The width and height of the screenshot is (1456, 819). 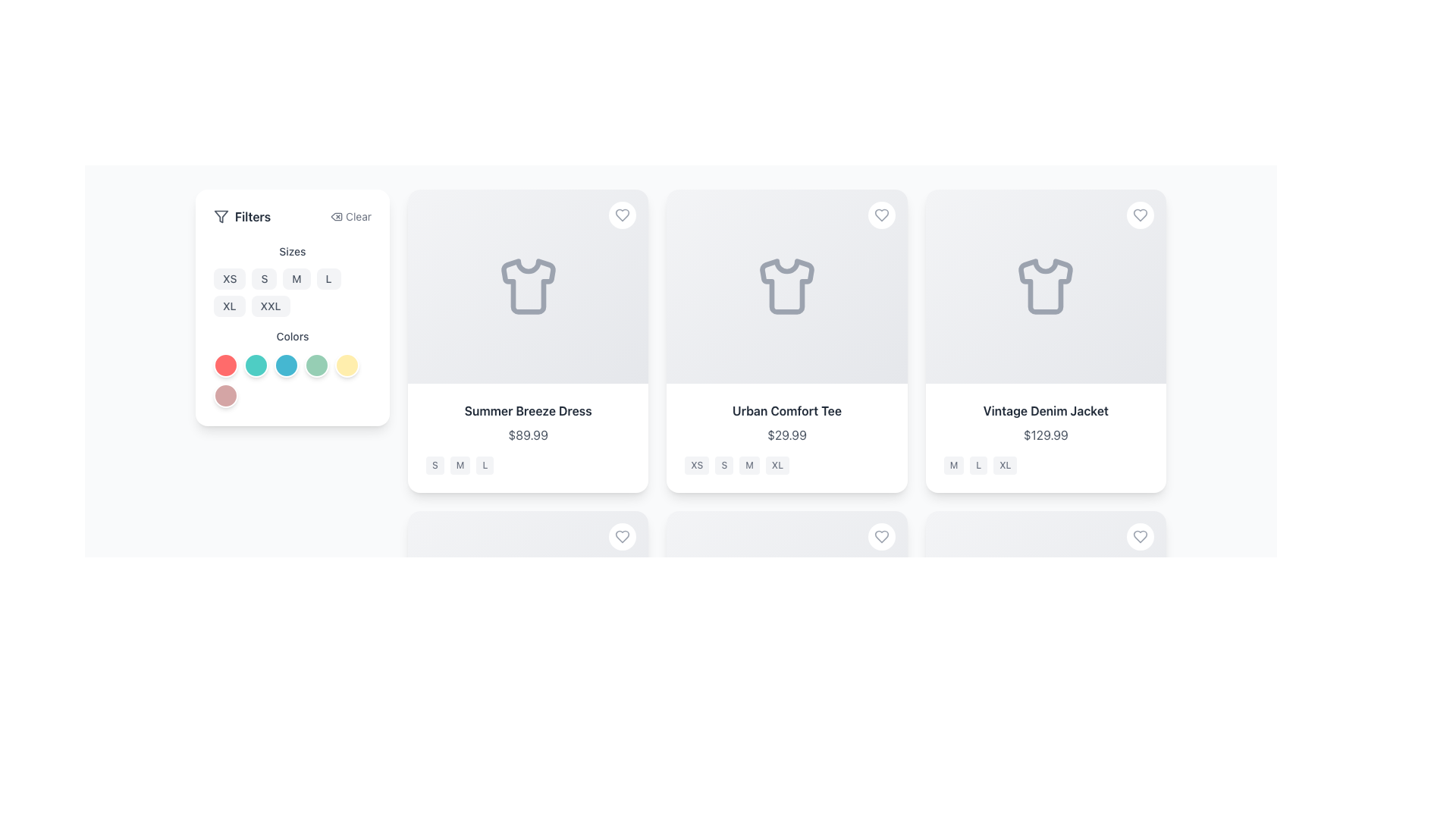 What do you see at coordinates (1140, 215) in the screenshot?
I see `the button in the top-right corner of the 'Vintage Denim Jacket' card` at bounding box center [1140, 215].